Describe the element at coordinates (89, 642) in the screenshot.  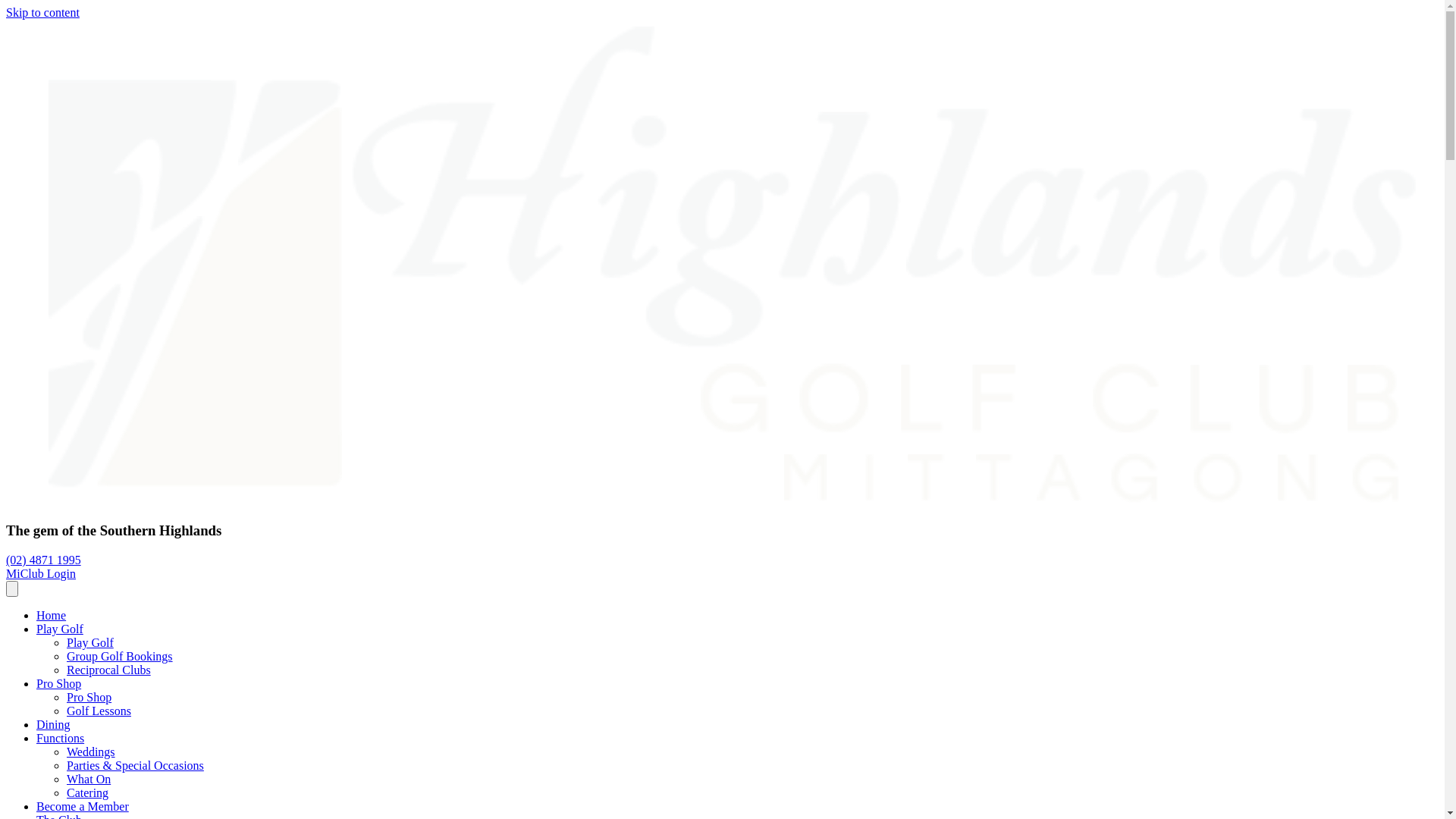
I see `'Play Golf'` at that location.